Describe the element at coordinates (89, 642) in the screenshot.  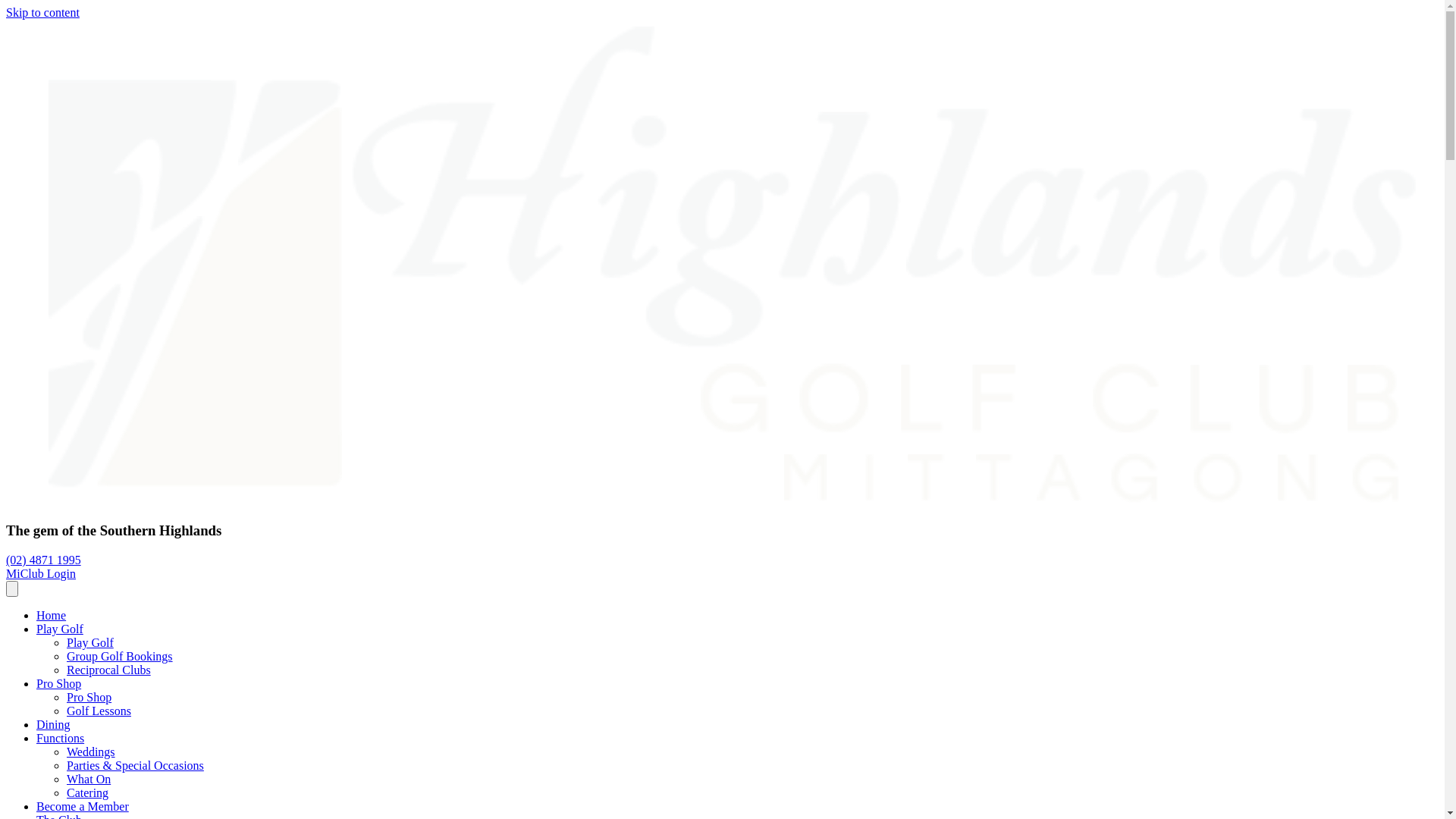
I see `'Play Golf'` at that location.